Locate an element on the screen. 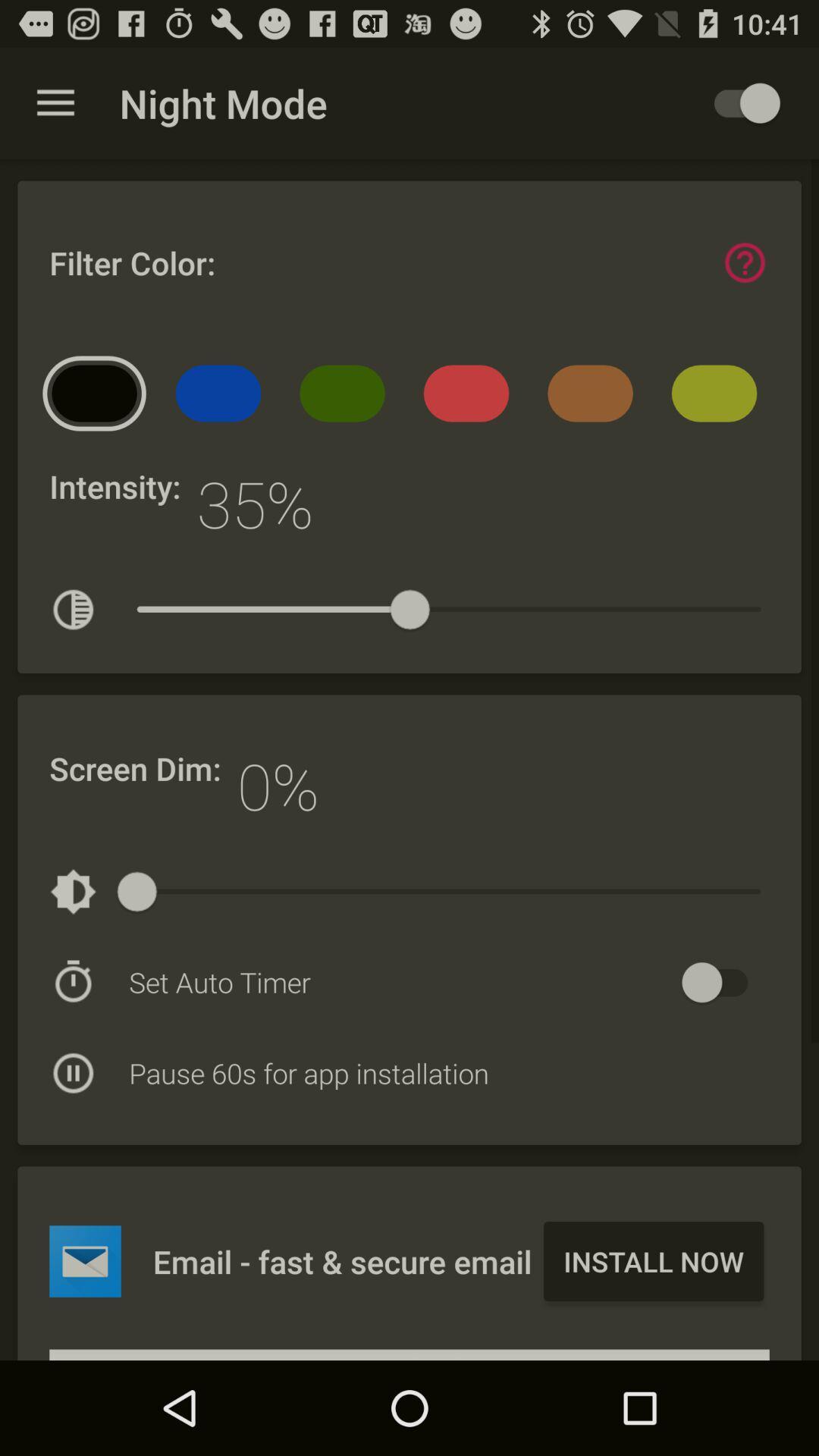  information is located at coordinates (744, 262).